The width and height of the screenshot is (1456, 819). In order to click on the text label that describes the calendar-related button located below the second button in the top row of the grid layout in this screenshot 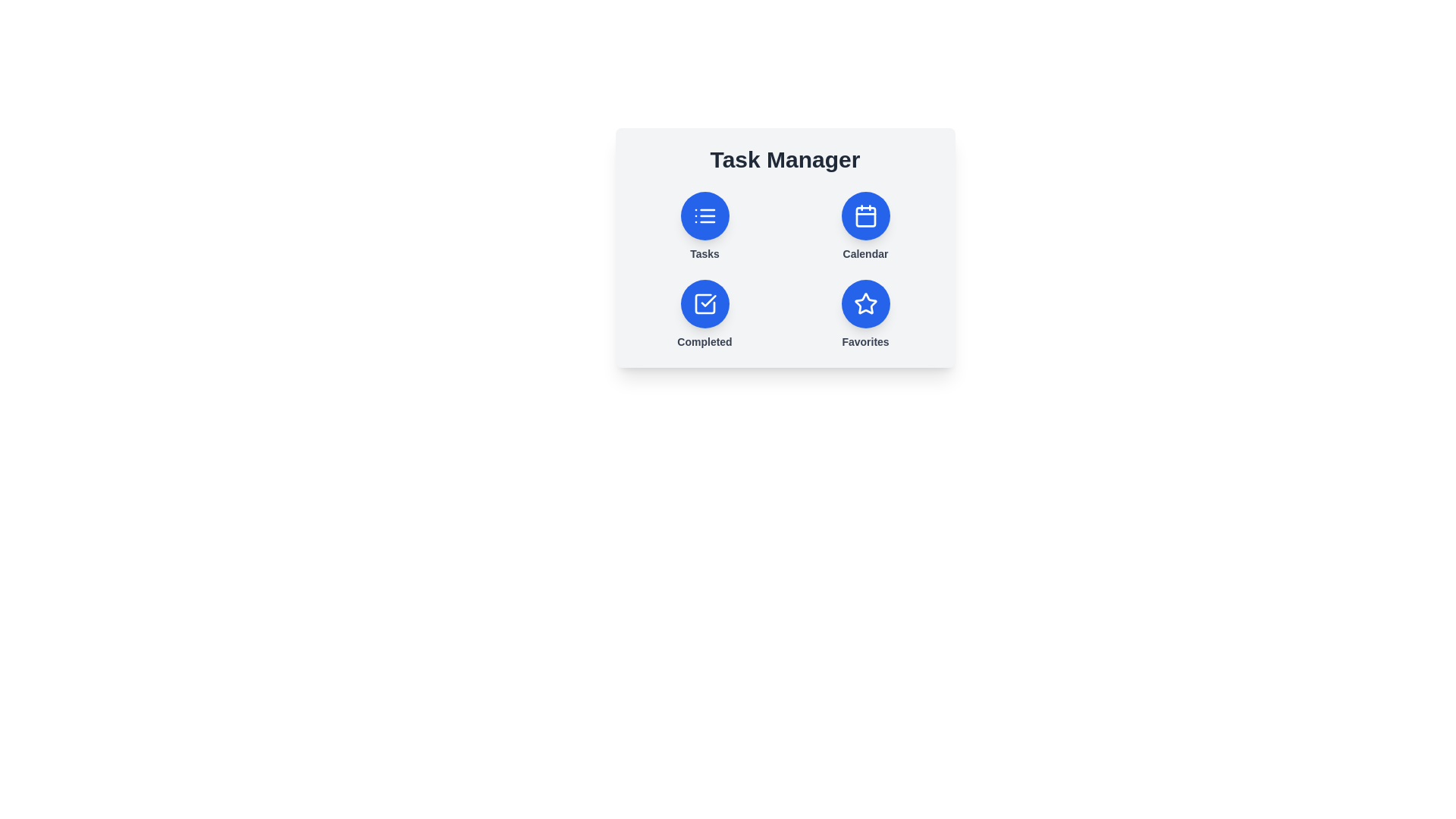, I will do `click(865, 253)`.